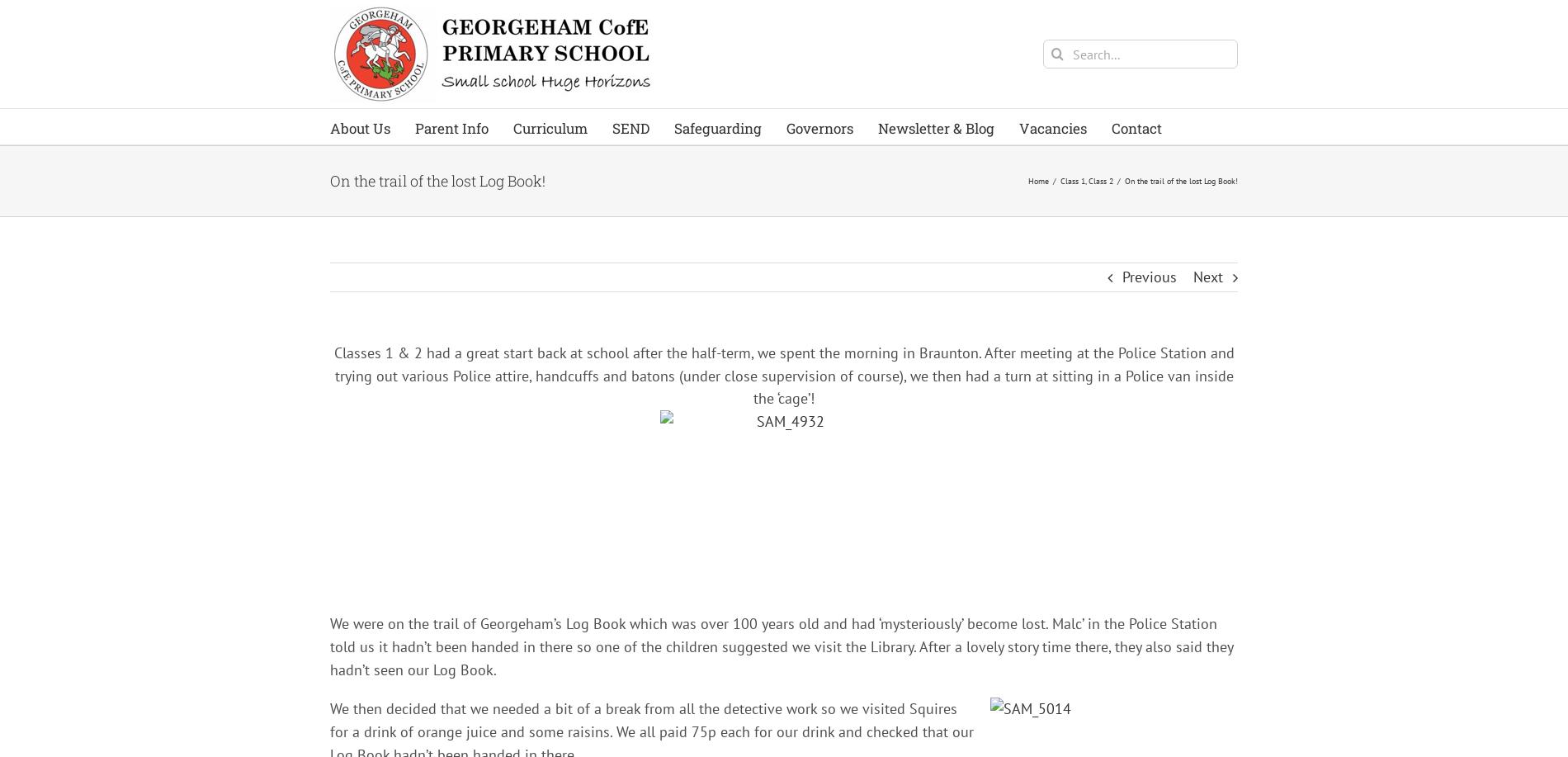 The image size is (1568, 757). What do you see at coordinates (529, 457) in the screenshot?
I see `'Remote Learning Plan'` at bounding box center [529, 457].